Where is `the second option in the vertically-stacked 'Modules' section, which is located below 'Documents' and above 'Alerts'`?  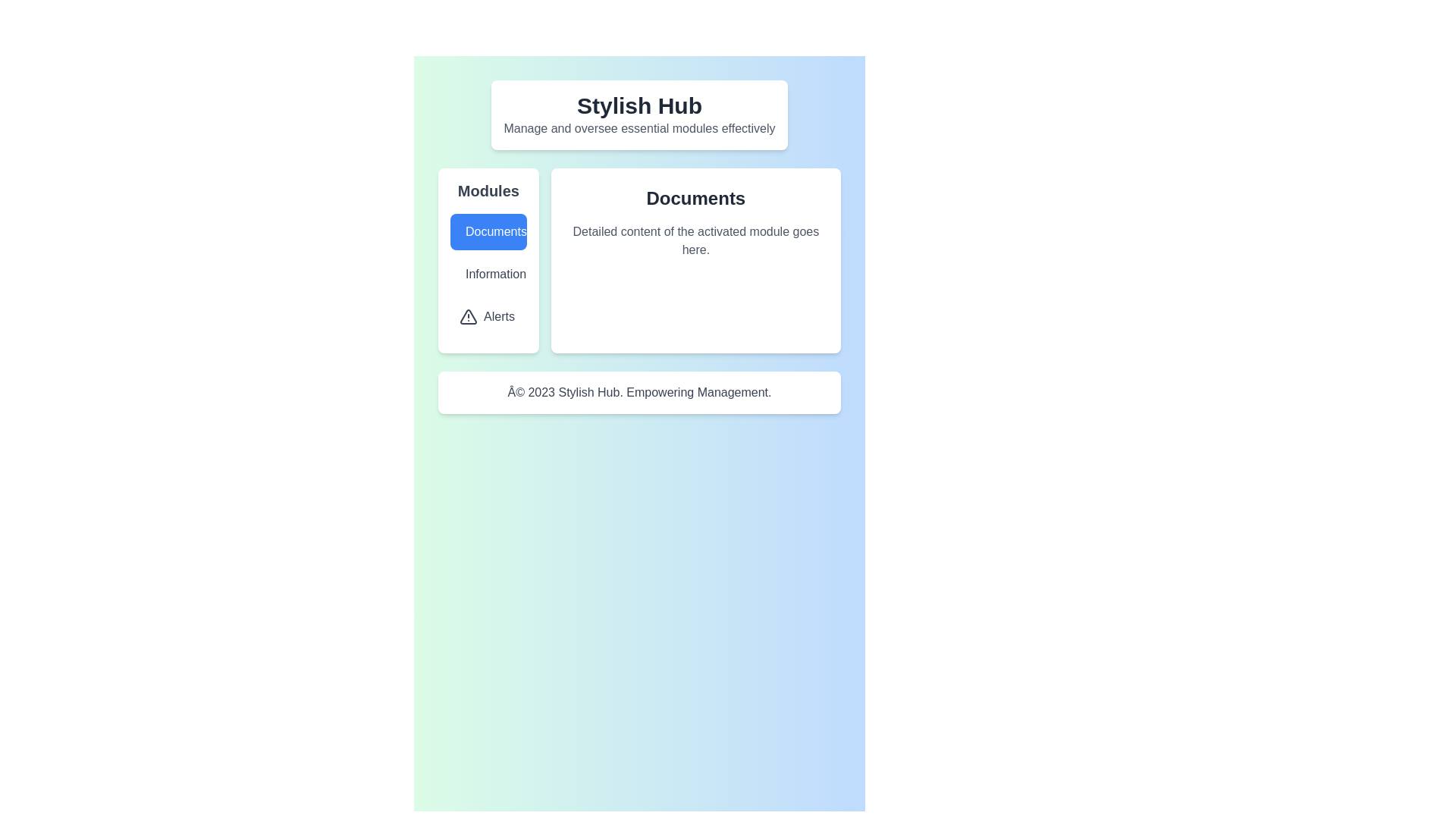
the second option in the vertically-stacked 'Modules' section, which is located below 'Documents' and above 'Alerts' is located at coordinates (488, 275).